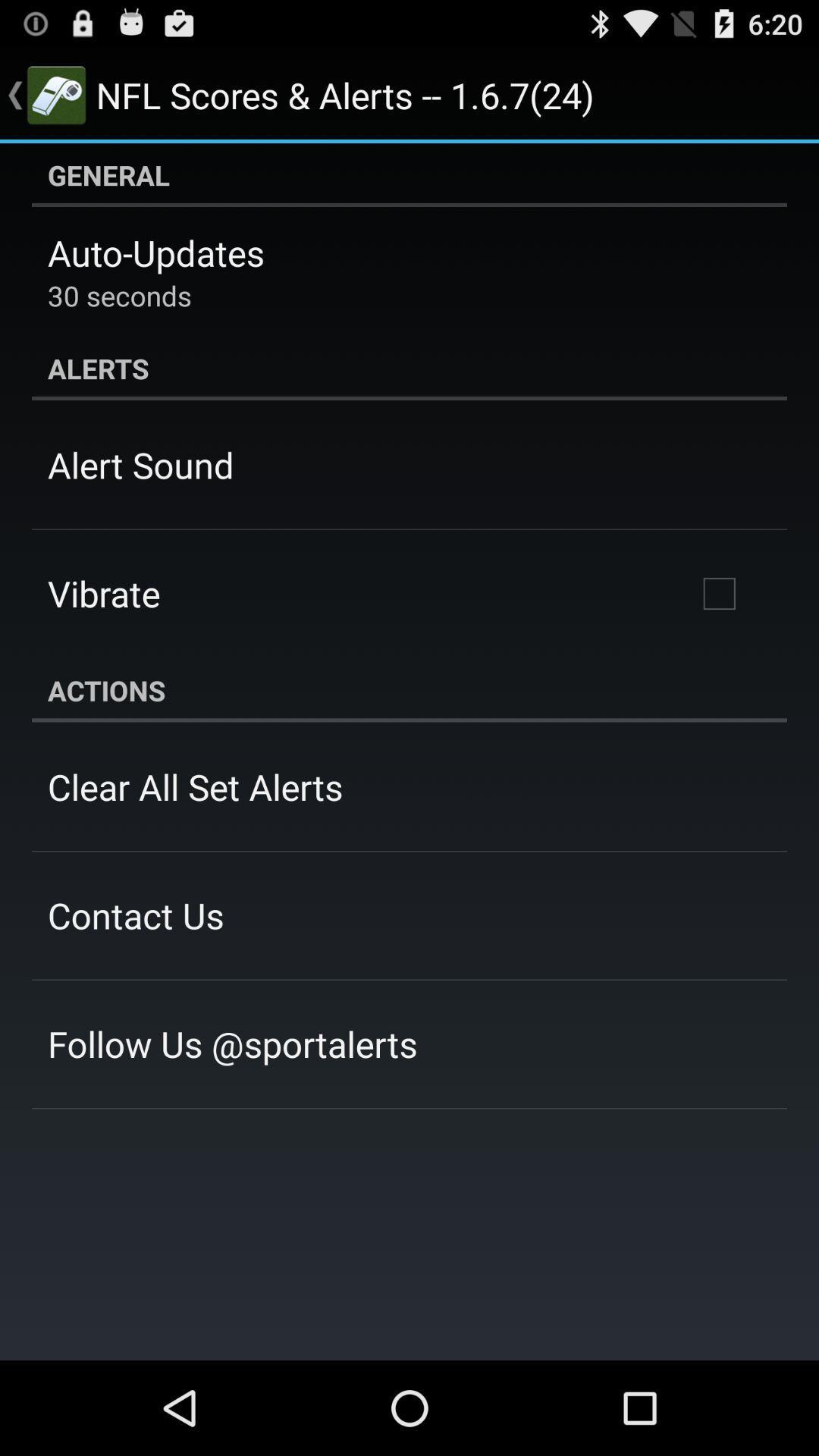 The width and height of the screenshot is (819, 1456). What do you see at coordinates (140, 464) in the screenshot?
I see `app above vibrate item` at bounding box center [140, 464].